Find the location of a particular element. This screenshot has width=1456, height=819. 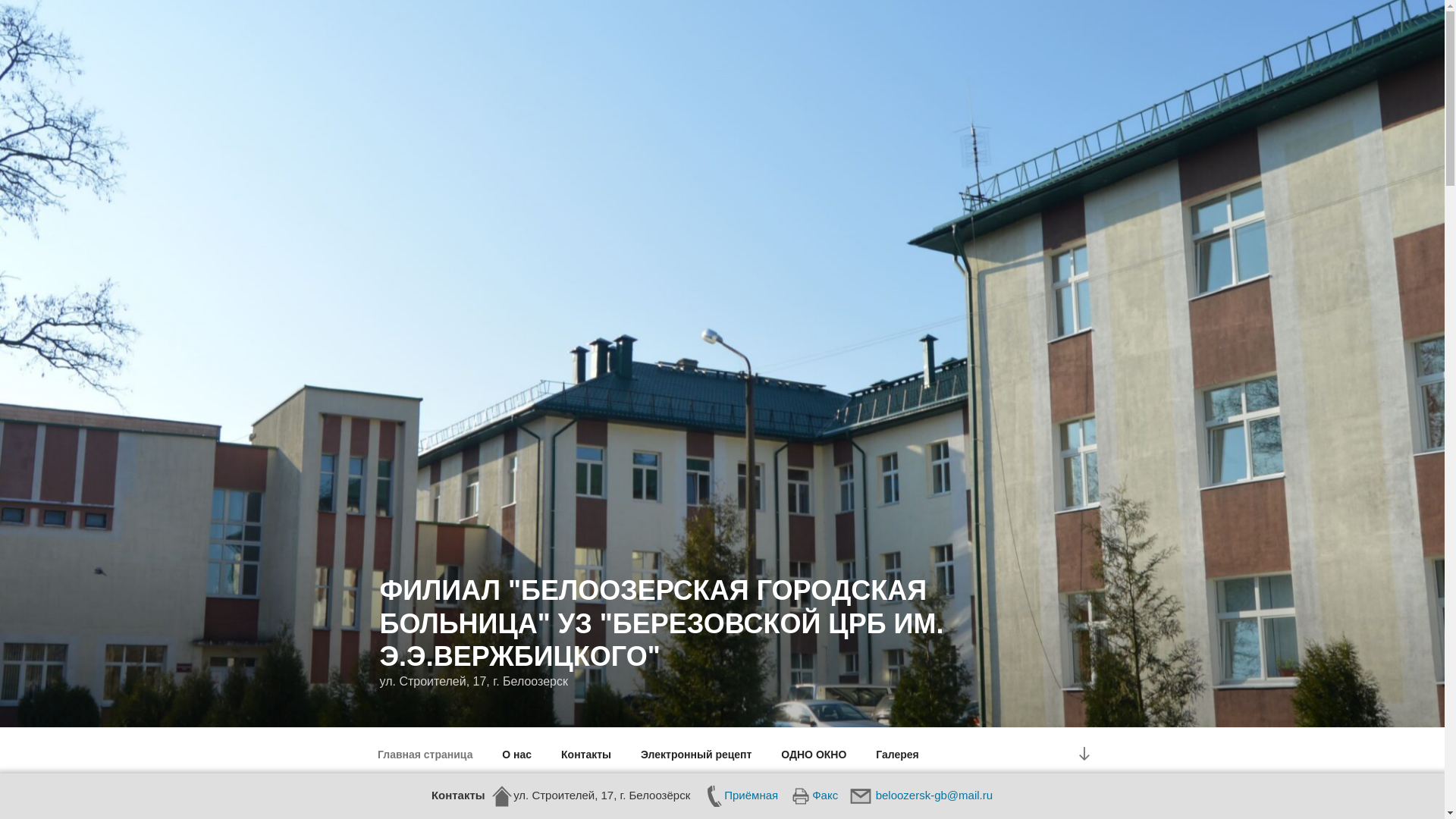

'beloozersk-gb@mail.ru' is located at coordinates (848, 794).